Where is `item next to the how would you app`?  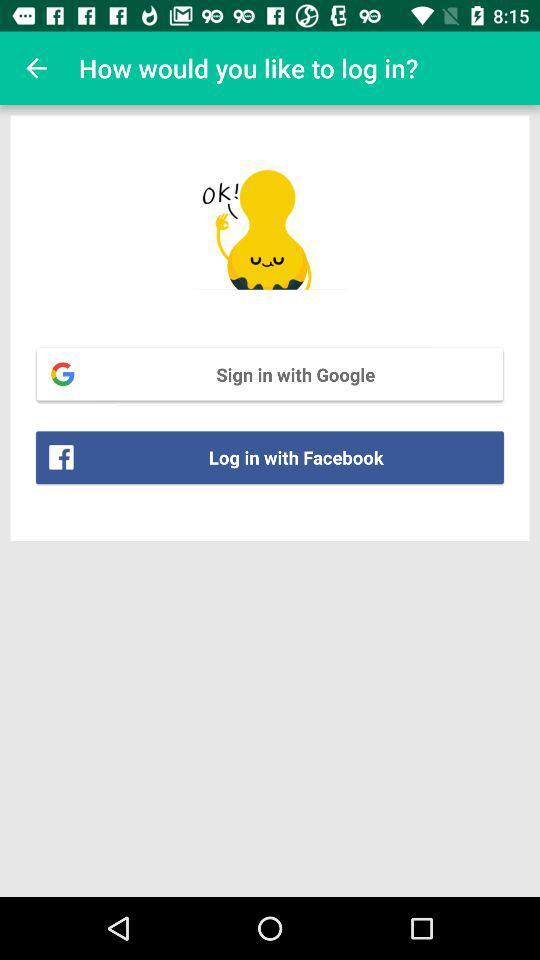
item next to the how would you app is located at coordinates (36, 68).